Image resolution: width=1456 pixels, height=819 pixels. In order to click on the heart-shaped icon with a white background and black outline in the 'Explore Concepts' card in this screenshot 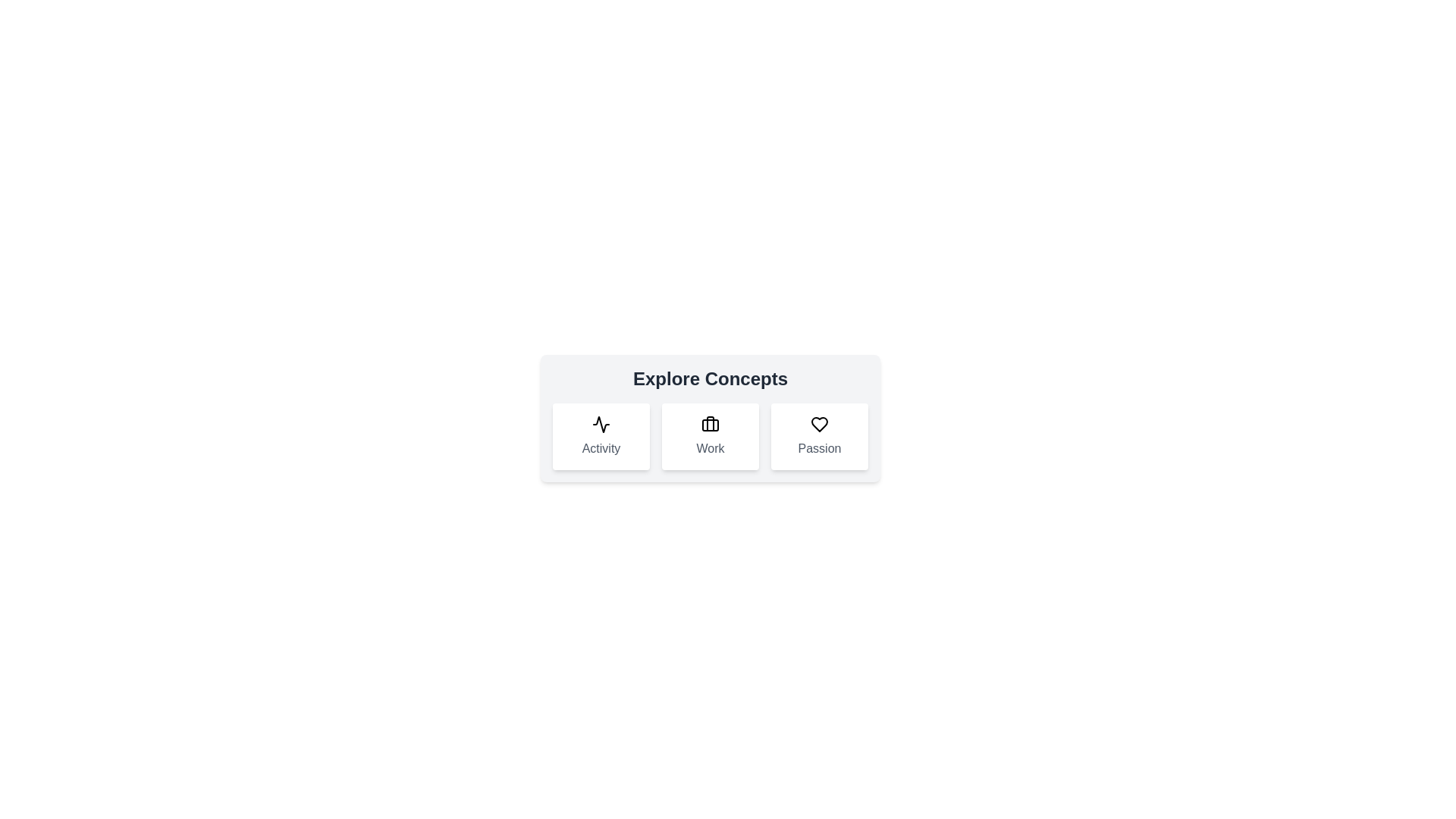, I will do `click(818, 424)`.